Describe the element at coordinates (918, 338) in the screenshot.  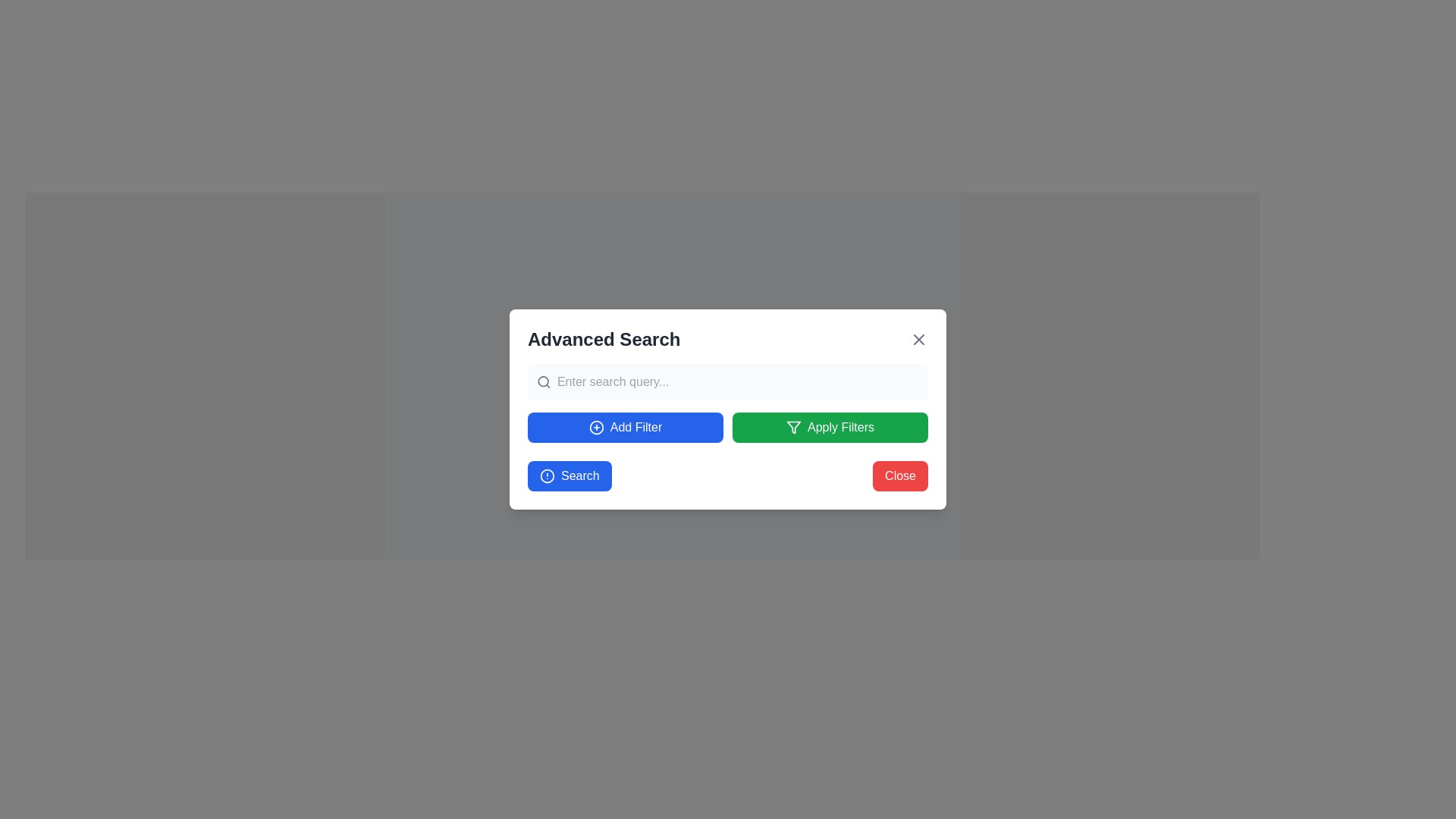
I see `the 'X' icon in the top-right corner of the 'Advanced Search' modal to emphasize it` at that location.